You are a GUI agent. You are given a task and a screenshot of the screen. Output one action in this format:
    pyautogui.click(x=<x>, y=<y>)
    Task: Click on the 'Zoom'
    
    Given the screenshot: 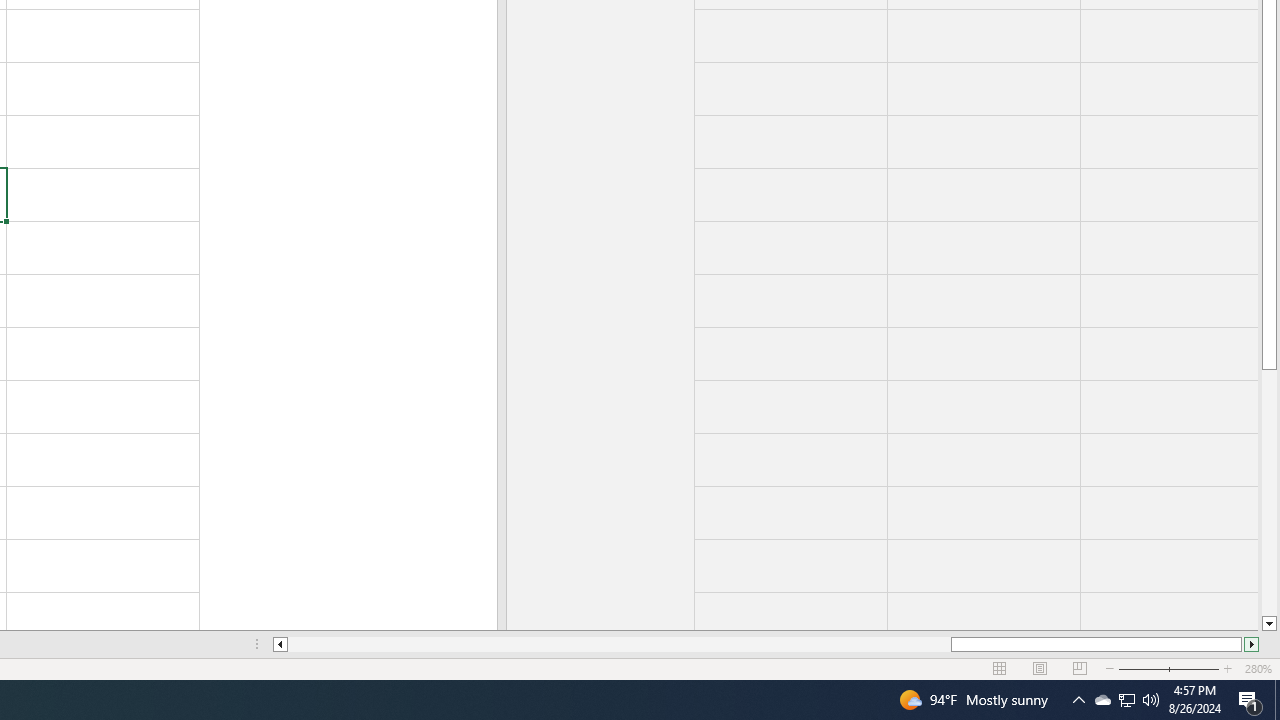 What is the action you would take?
    pyautogui.click(x=1168, y=669)
    